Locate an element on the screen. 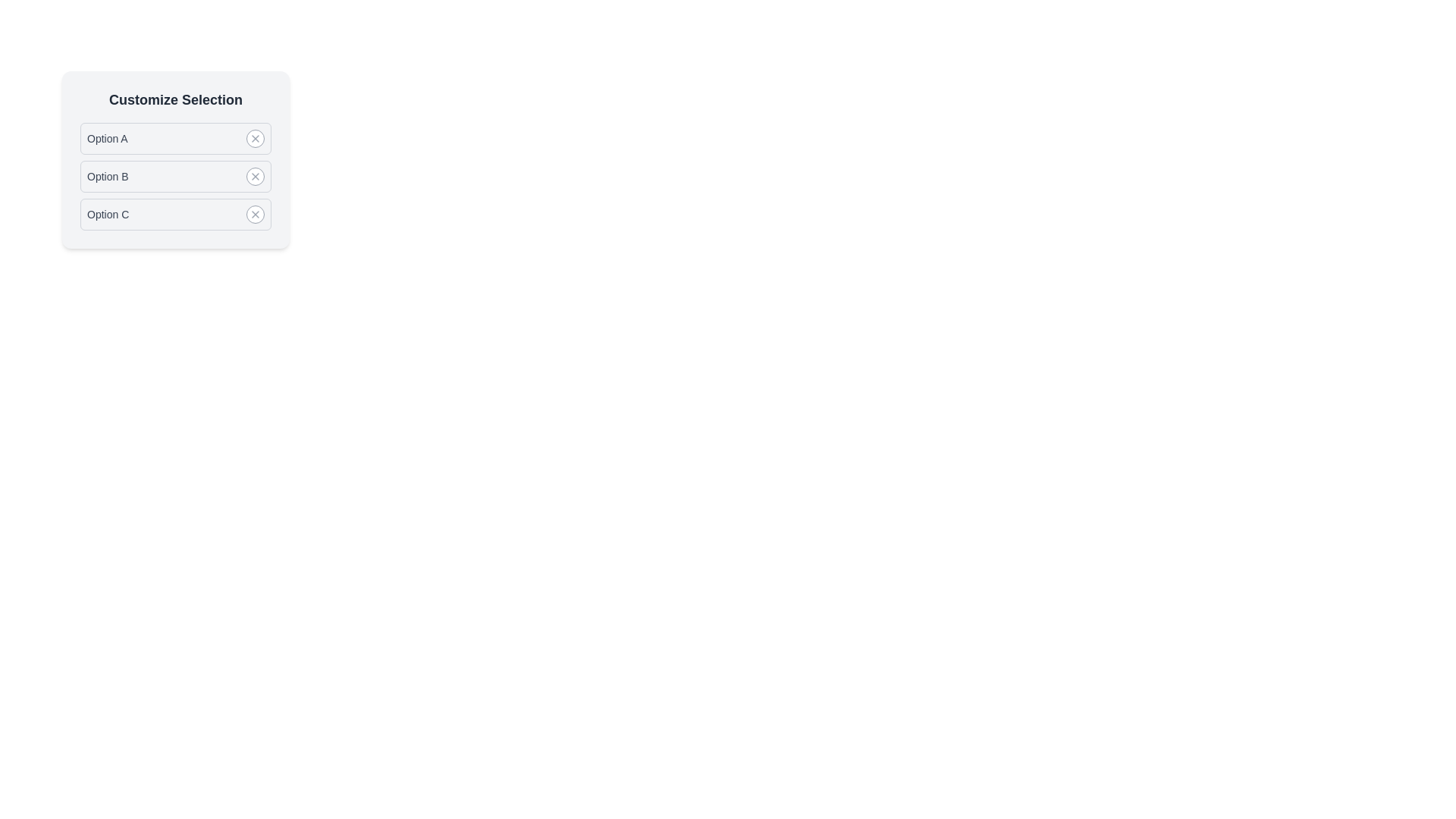  the option corresponding to Option A is located at coordinates (255, 138).